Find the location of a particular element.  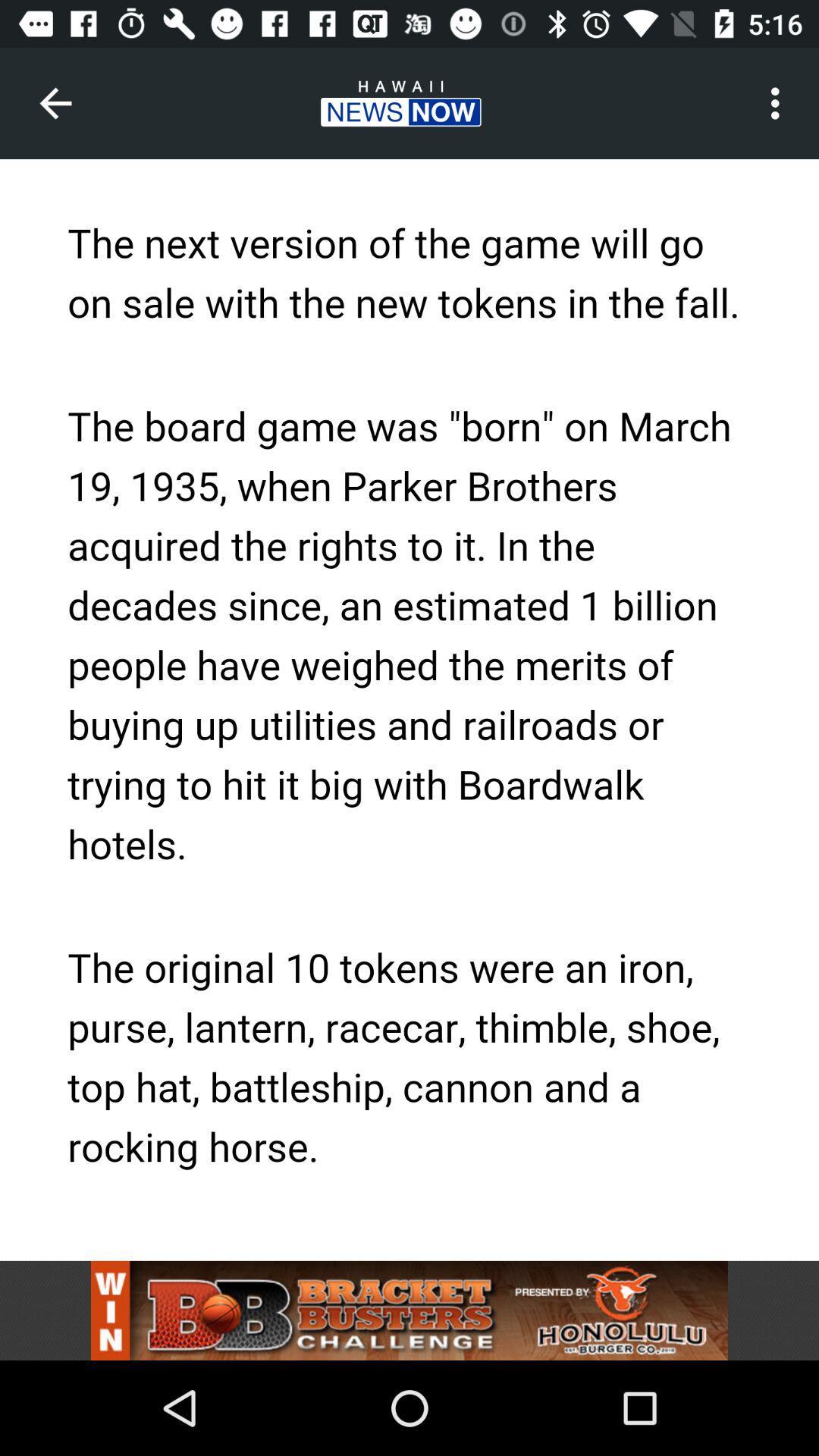

open is located at coordinates (409, 1310).